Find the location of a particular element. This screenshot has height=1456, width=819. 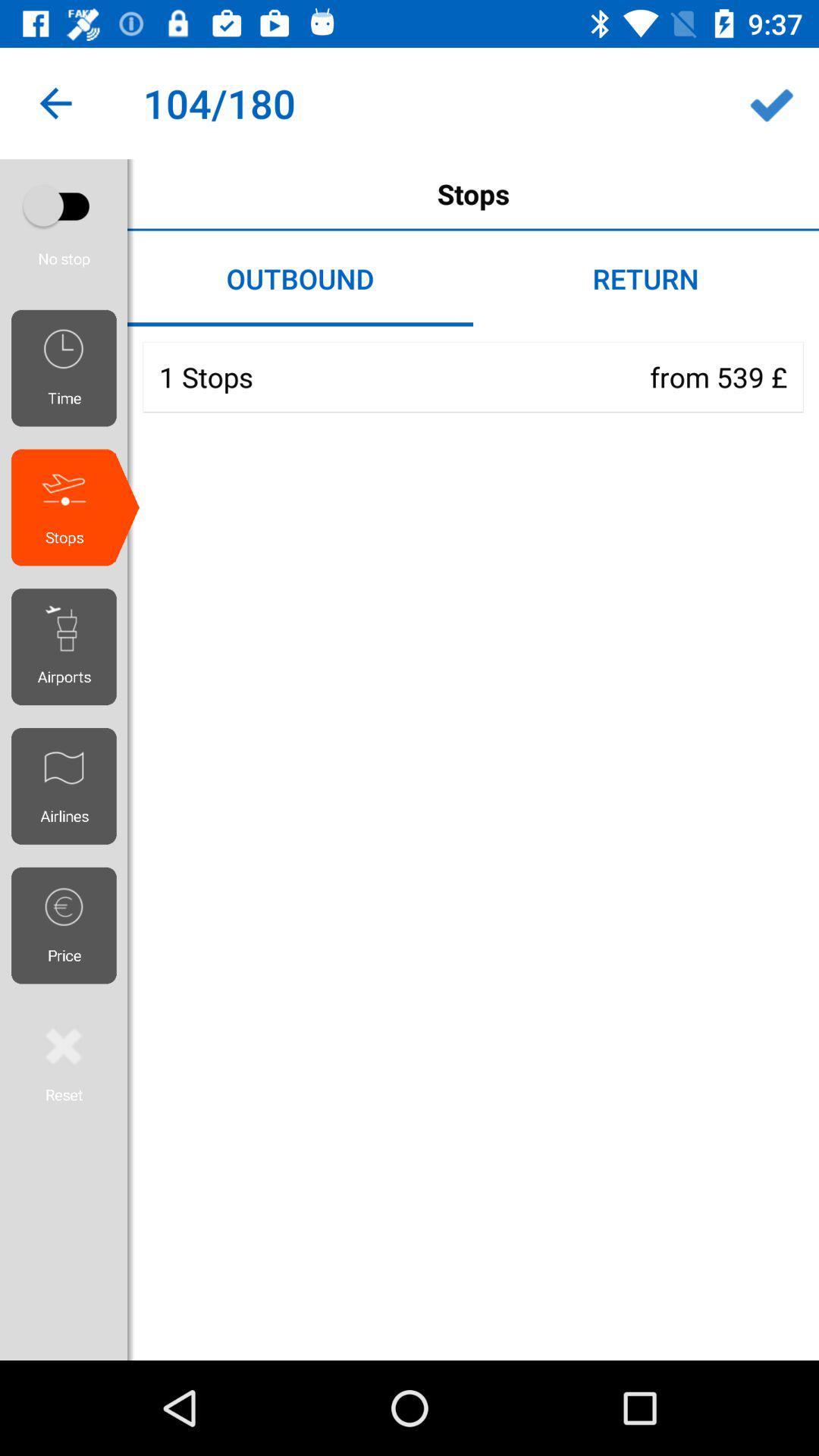

the icon next to 104/180 icon is located at coordinates (771, 102).